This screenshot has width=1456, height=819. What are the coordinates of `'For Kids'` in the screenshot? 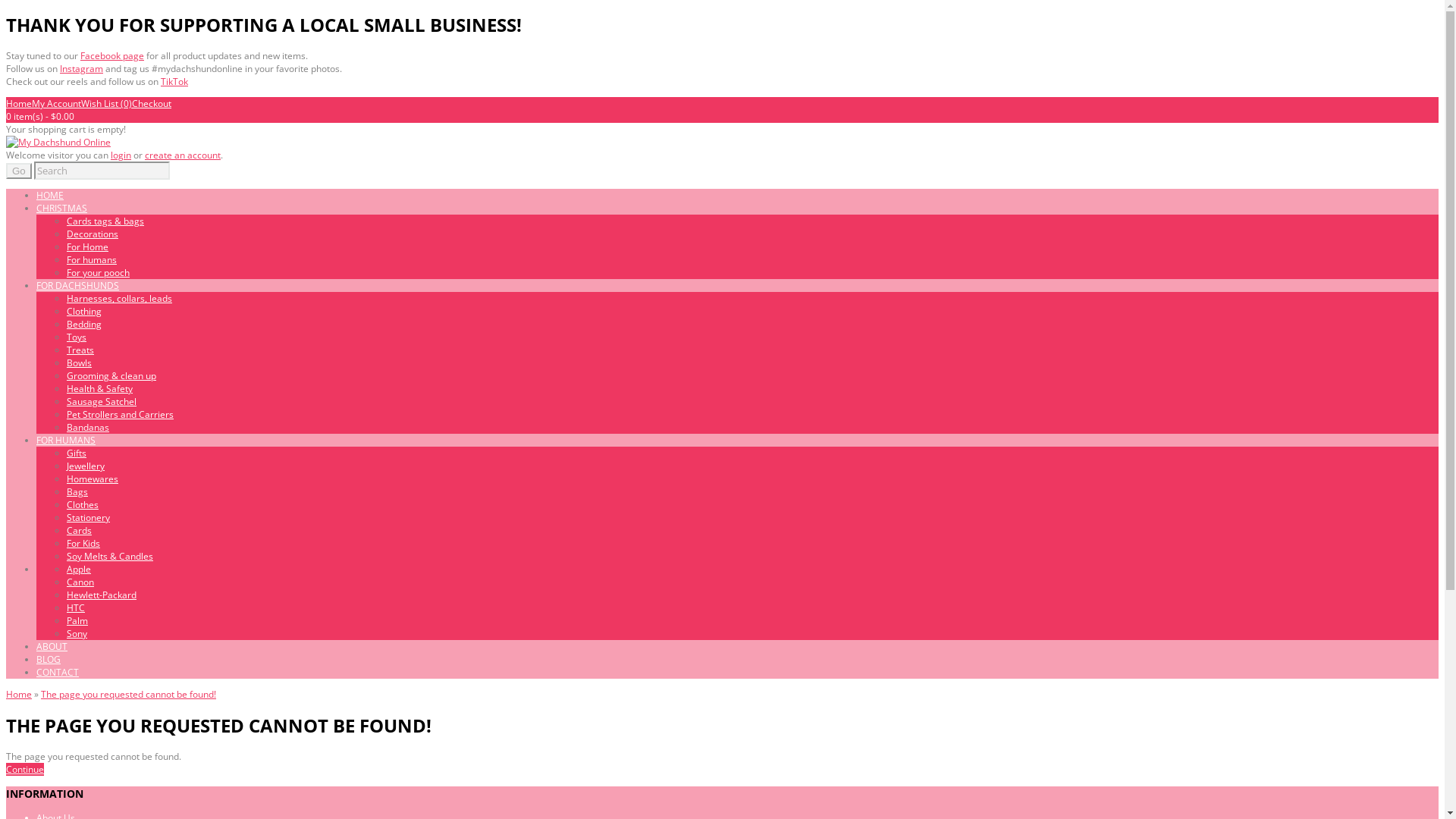 It's located at (83, 542).